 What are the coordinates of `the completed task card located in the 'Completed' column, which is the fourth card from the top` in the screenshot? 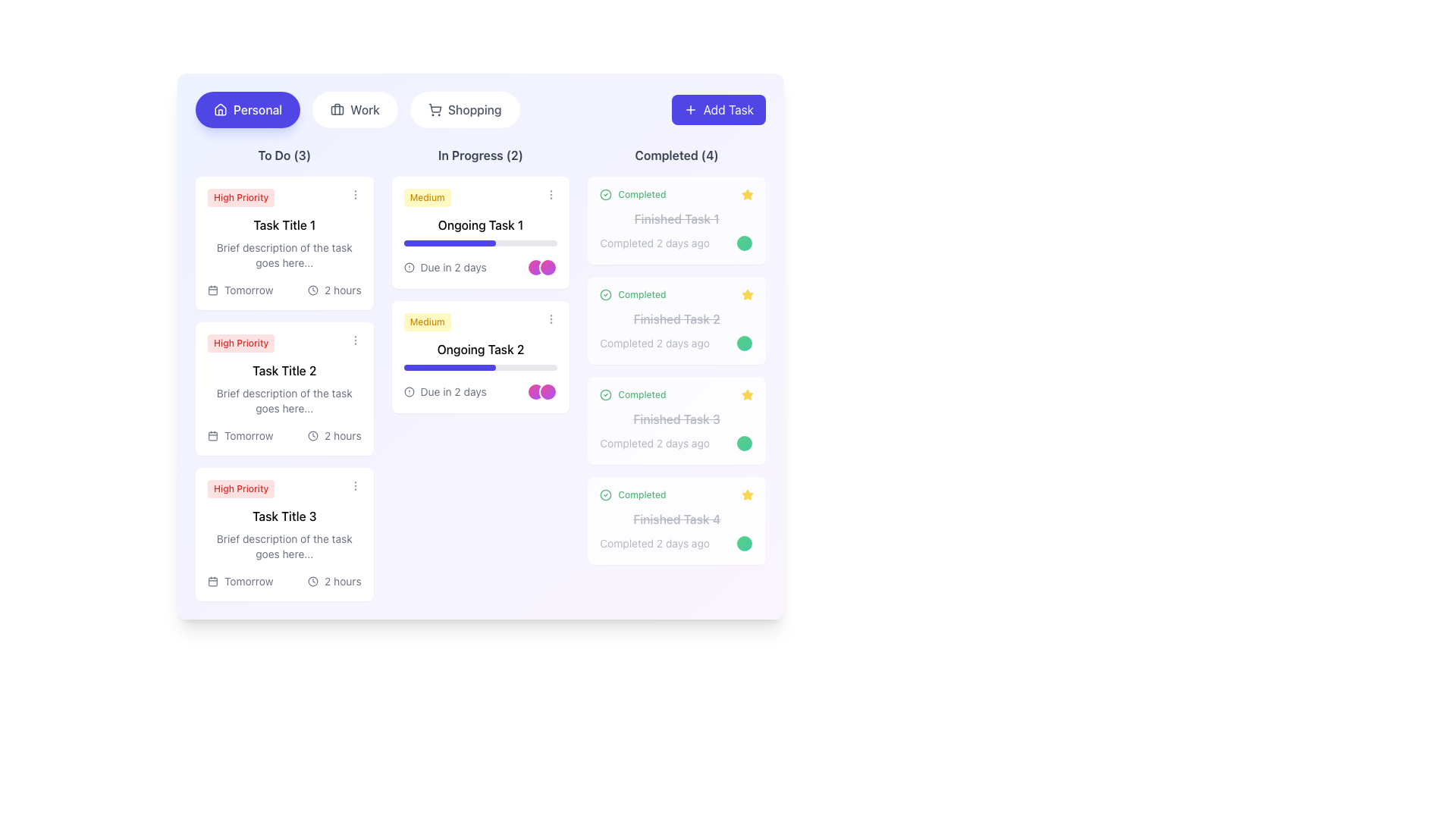 It's located at (676, 519).